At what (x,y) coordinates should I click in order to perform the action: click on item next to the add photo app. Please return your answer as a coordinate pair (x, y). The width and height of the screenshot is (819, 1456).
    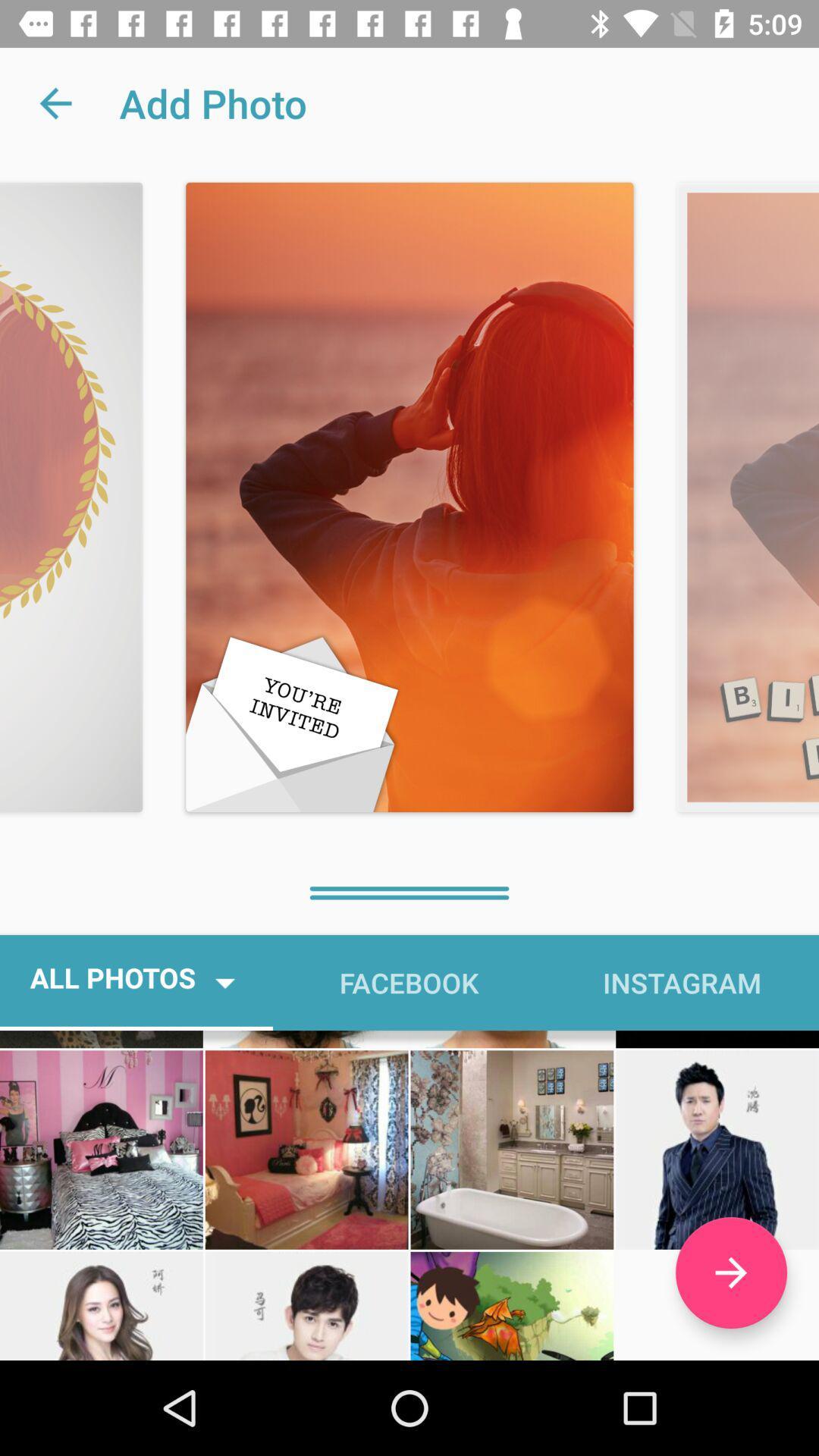
    Looking at the image, I should click on (55, 102).